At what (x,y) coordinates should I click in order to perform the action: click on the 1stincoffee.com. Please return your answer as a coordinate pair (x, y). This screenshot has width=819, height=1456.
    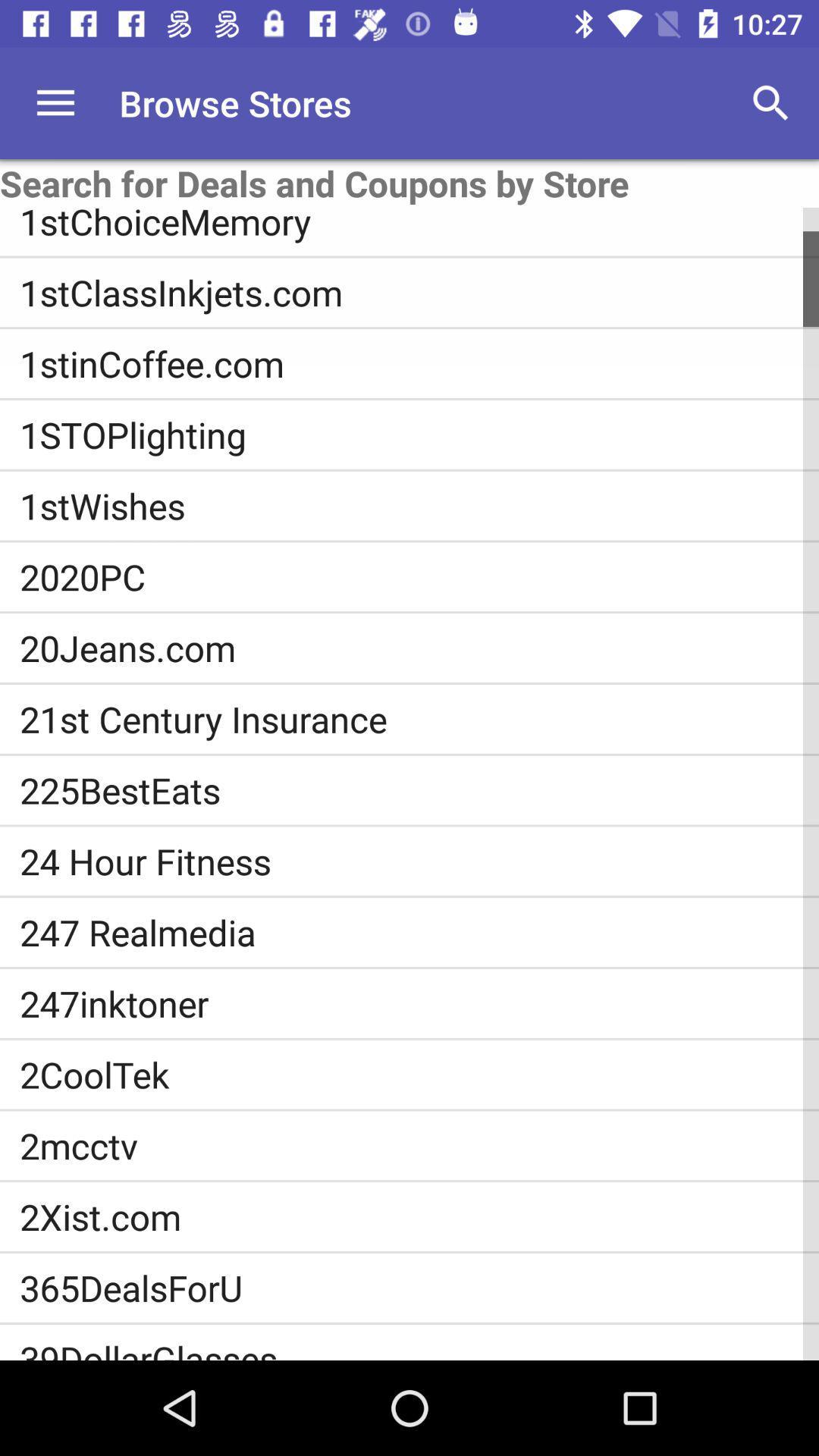
    Looking at the image, I should click on (419, 362).